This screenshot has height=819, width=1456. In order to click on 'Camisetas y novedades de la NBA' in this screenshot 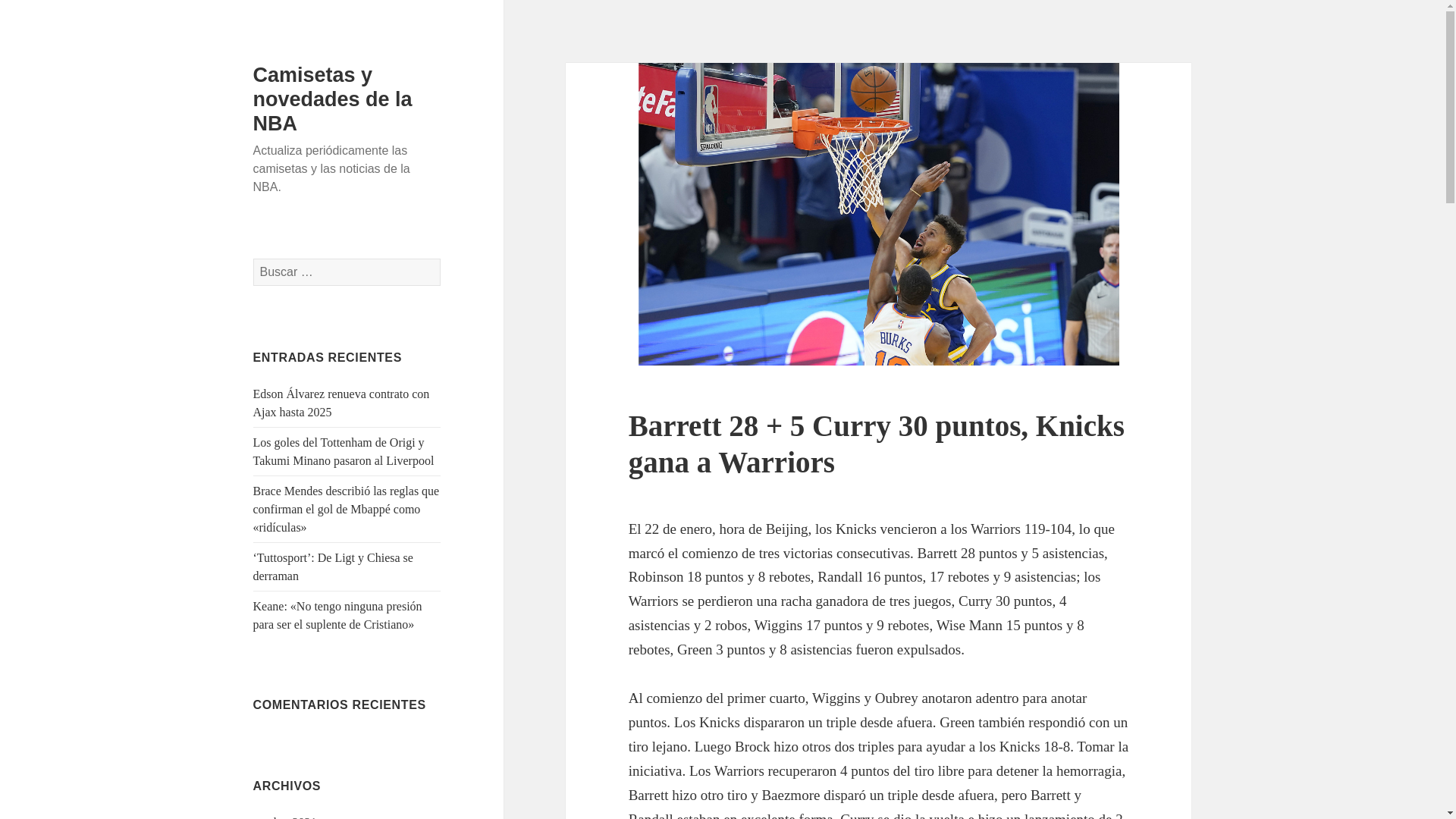, I will do `click(331, 99)`.